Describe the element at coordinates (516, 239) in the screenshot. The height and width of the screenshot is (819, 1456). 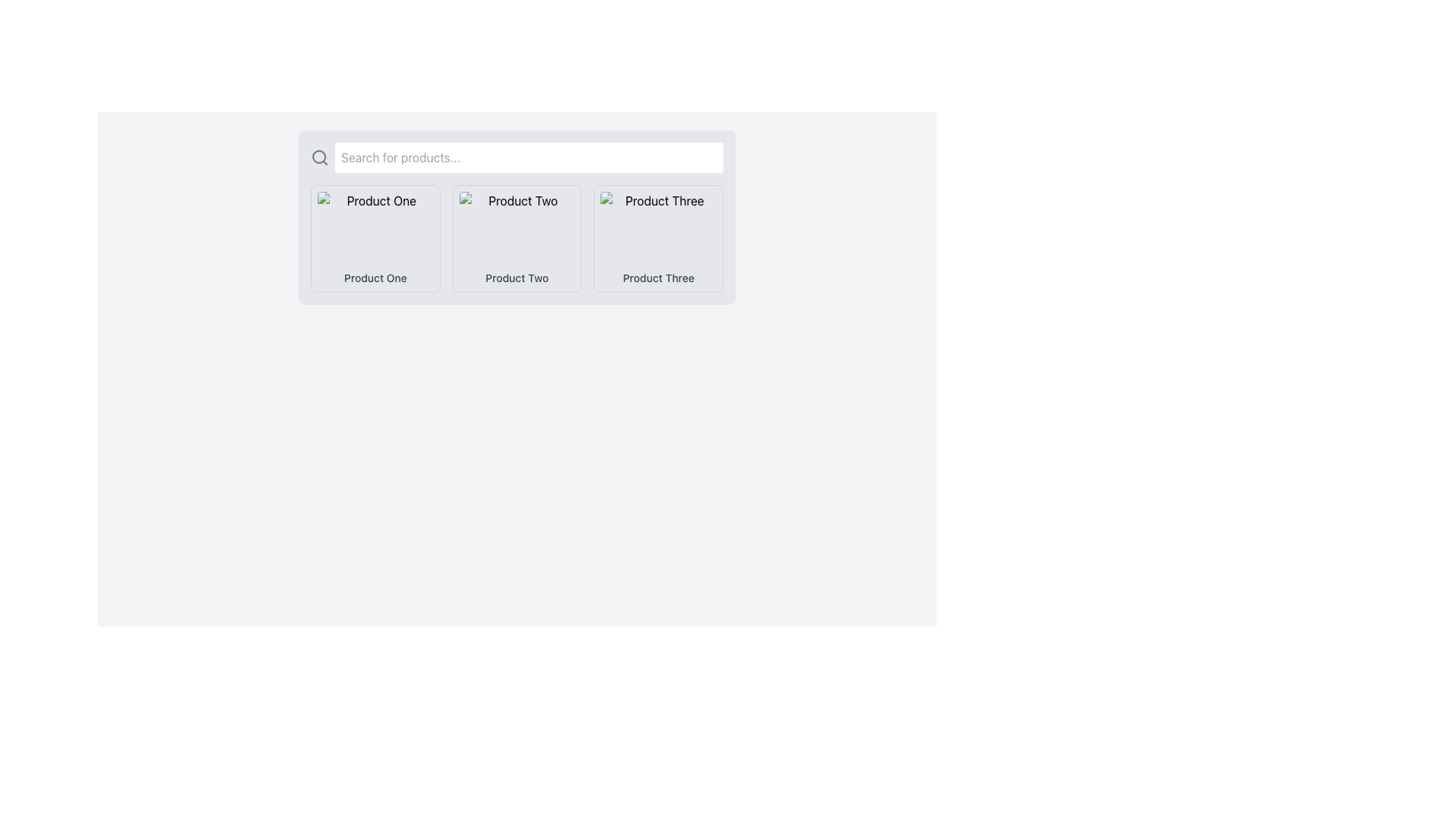
I see `the card labeled 'Product Two' in the grid layout` at that location.